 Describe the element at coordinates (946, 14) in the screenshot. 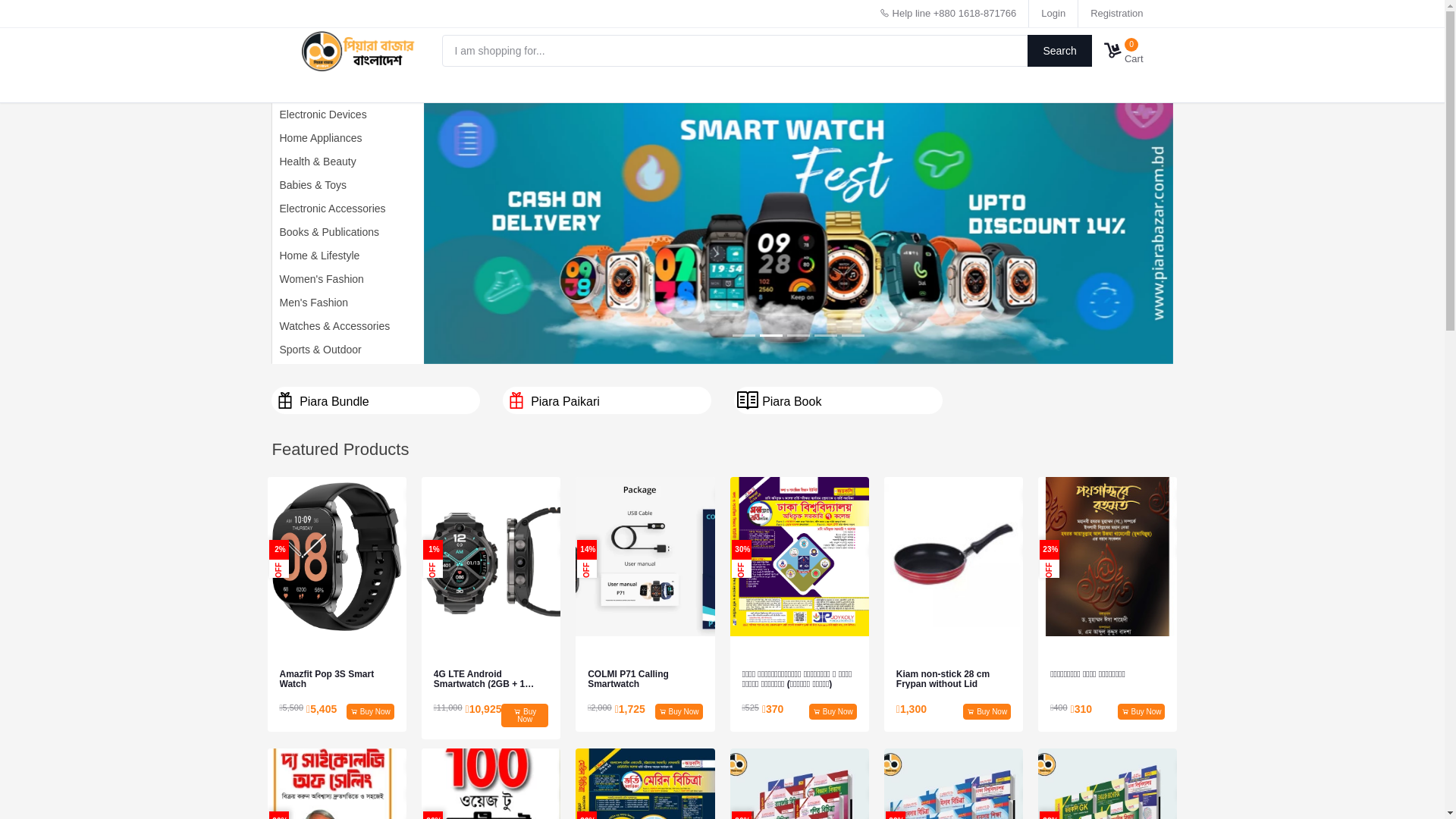

I see `'Help line +880 1618-871766'` at that location.